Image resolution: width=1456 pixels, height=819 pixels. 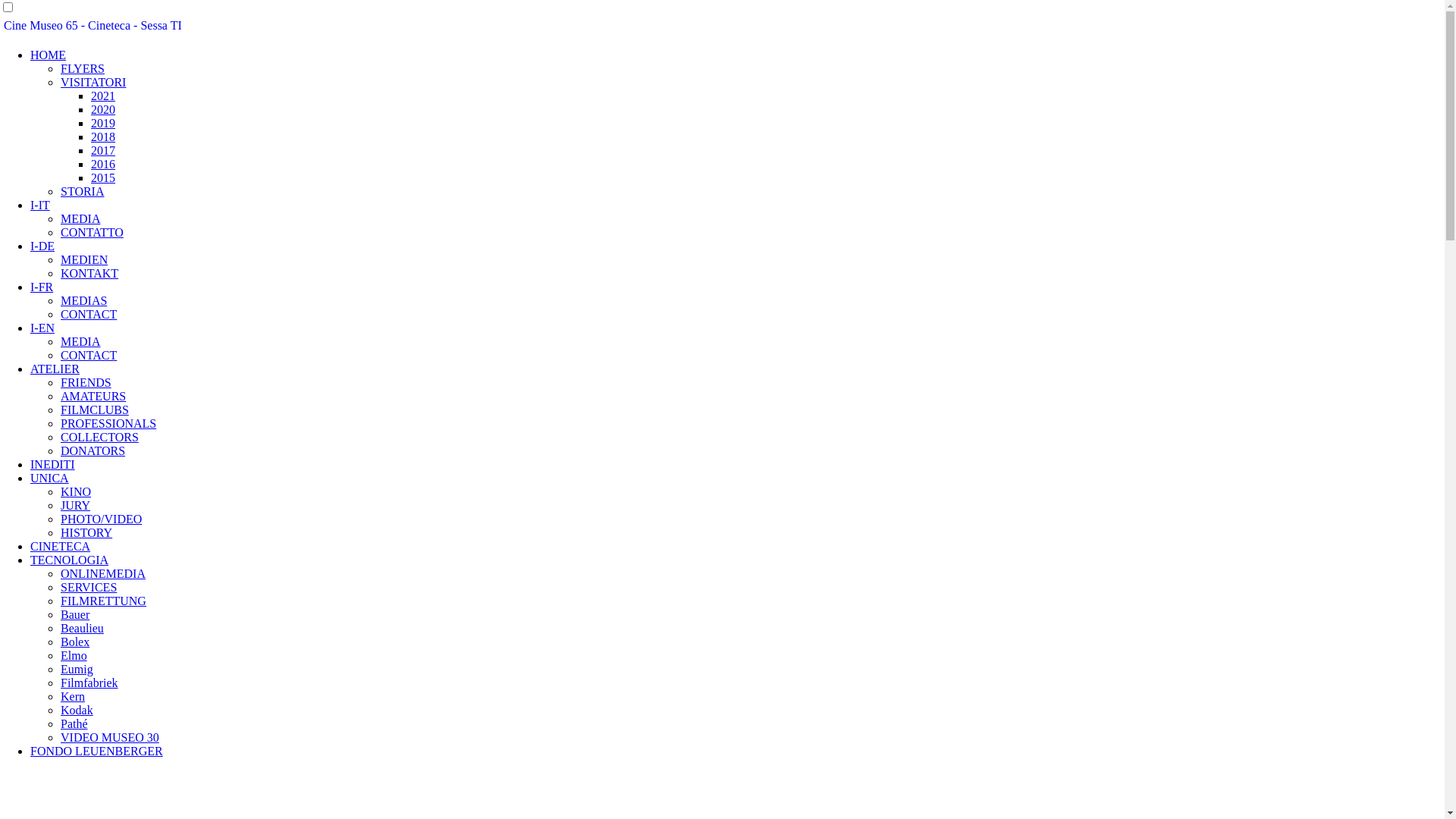 What do you see at coordinates (49, 478) in the screenshot?
I see `'UNICA'` at bounding box center [49, 478].